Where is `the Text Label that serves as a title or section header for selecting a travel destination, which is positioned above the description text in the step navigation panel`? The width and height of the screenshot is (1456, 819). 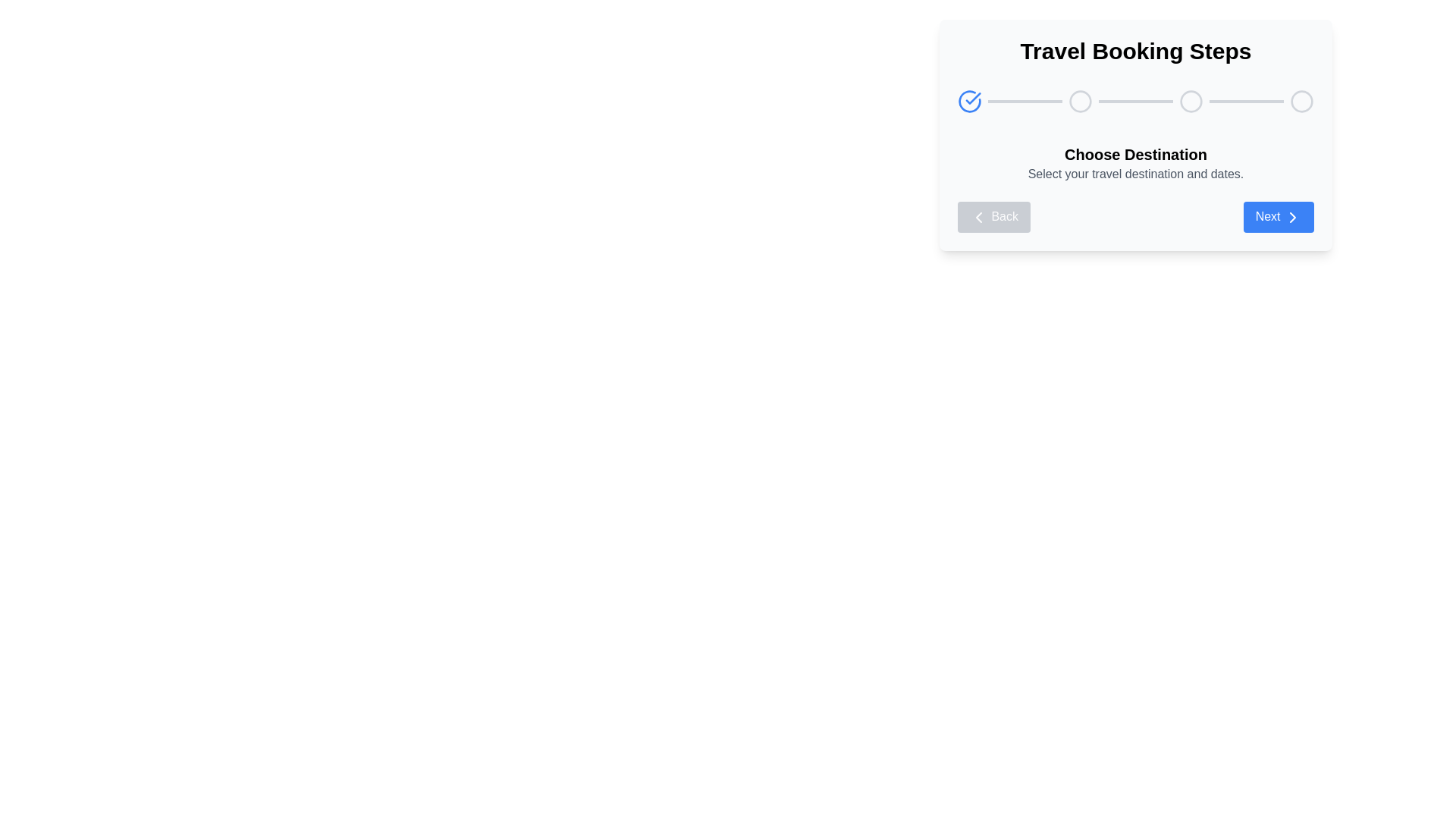 the Text Label that serves as a title or section header for selecting a travel destination, which is positioned above the description text in the step navigation panel is located at coordinates (1135, 155).